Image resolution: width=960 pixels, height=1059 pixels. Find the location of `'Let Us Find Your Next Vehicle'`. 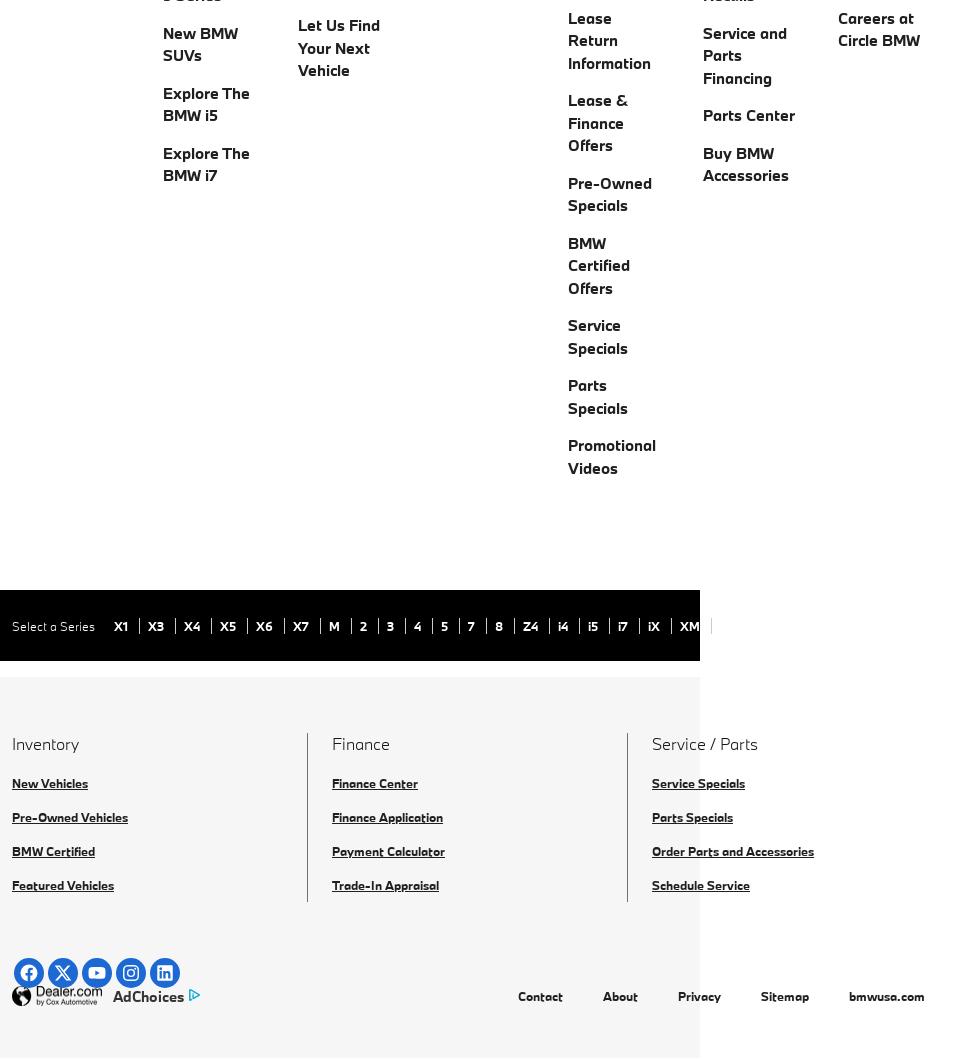

'Let Us Find Your Next Vehicle' is located at coordinates (338, 47).